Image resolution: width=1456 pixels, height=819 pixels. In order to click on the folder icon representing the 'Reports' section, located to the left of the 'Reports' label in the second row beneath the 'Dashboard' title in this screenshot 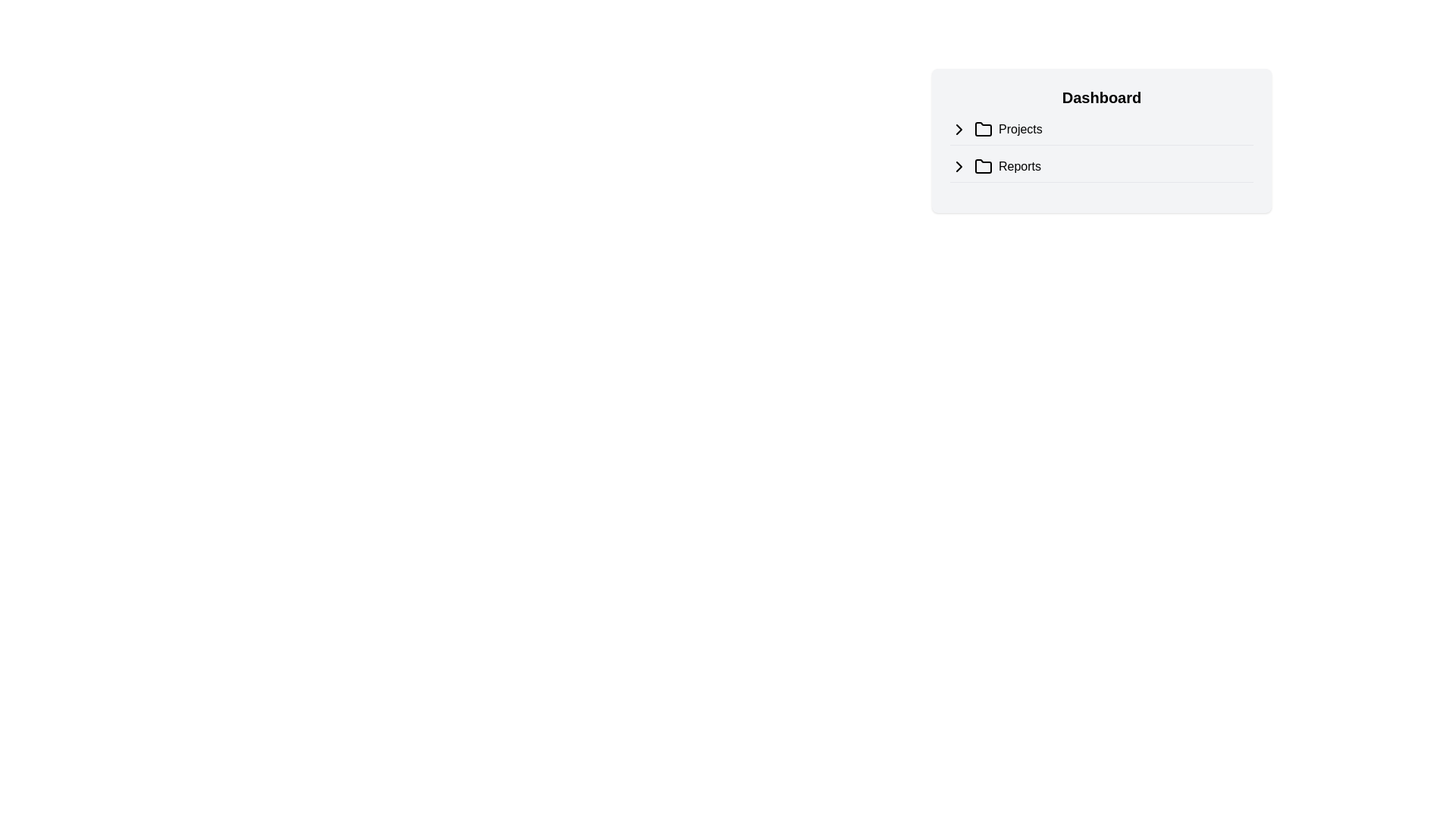, I will do `click(983, 166)`.